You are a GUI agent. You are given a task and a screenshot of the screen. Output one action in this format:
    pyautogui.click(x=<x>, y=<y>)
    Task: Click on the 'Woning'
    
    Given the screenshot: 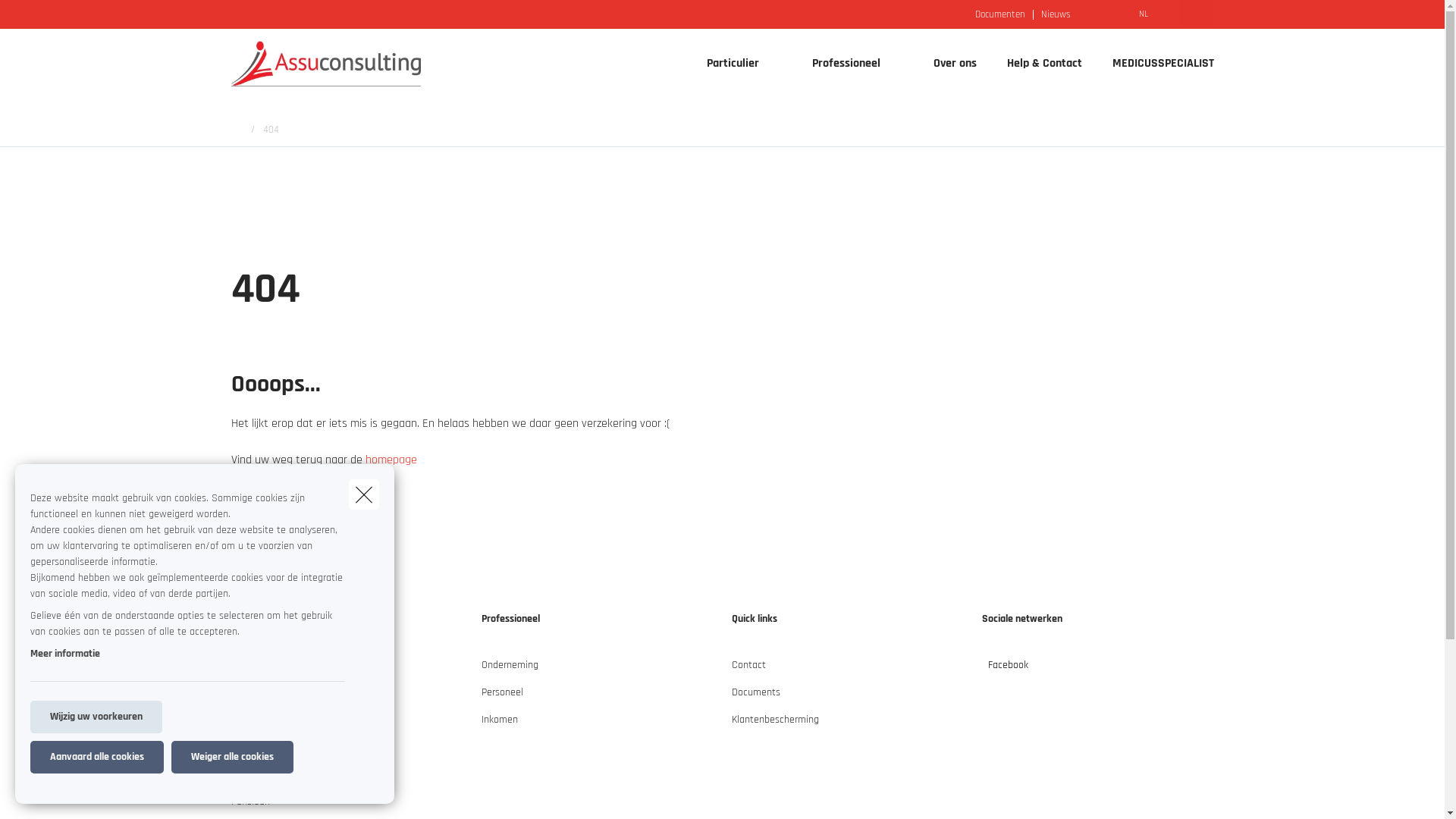 What is the action you would take?
    pyautogui.click(x=246, y=698)
    